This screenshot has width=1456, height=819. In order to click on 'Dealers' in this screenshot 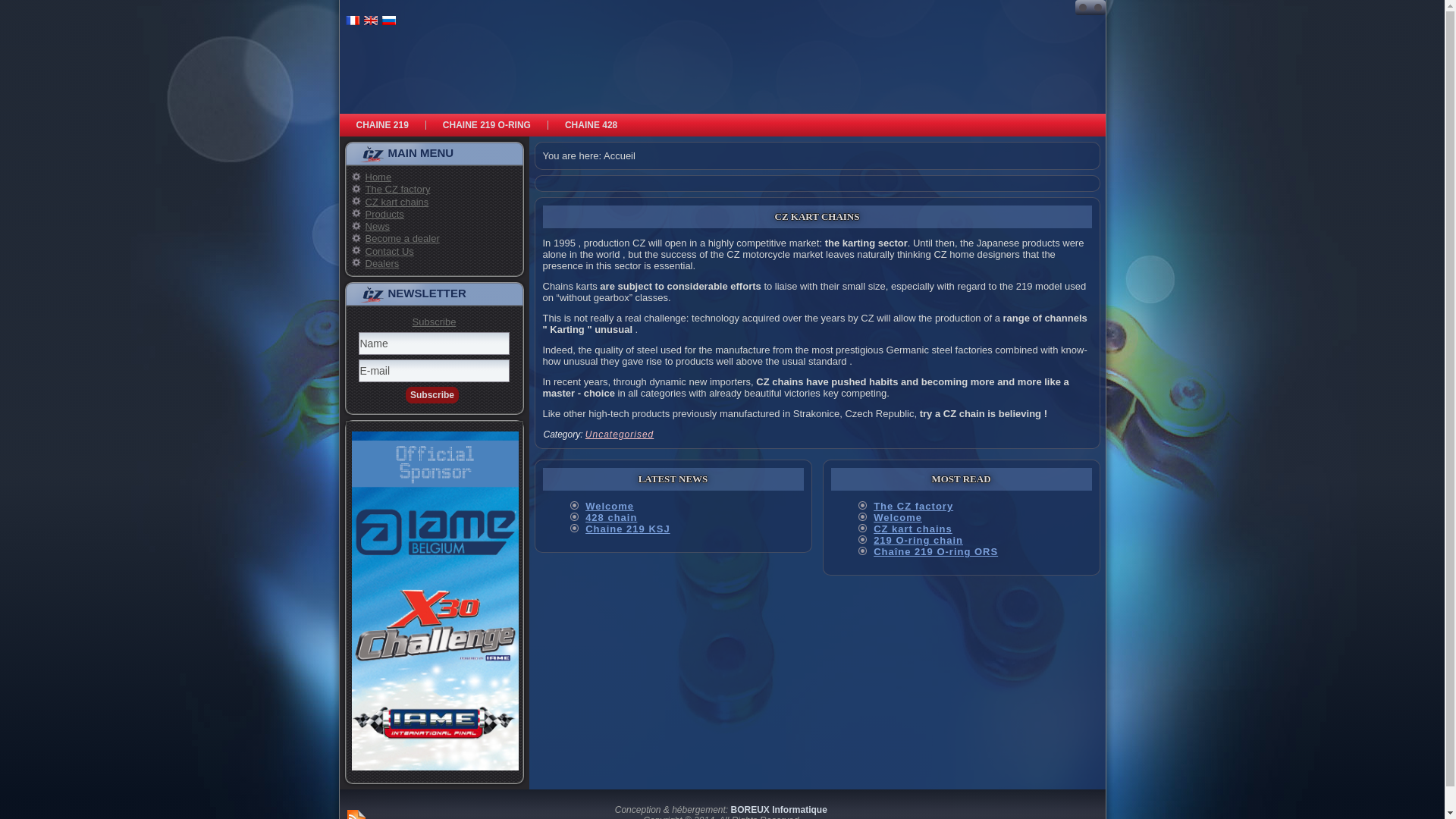, I will do `click(365, 262)`.